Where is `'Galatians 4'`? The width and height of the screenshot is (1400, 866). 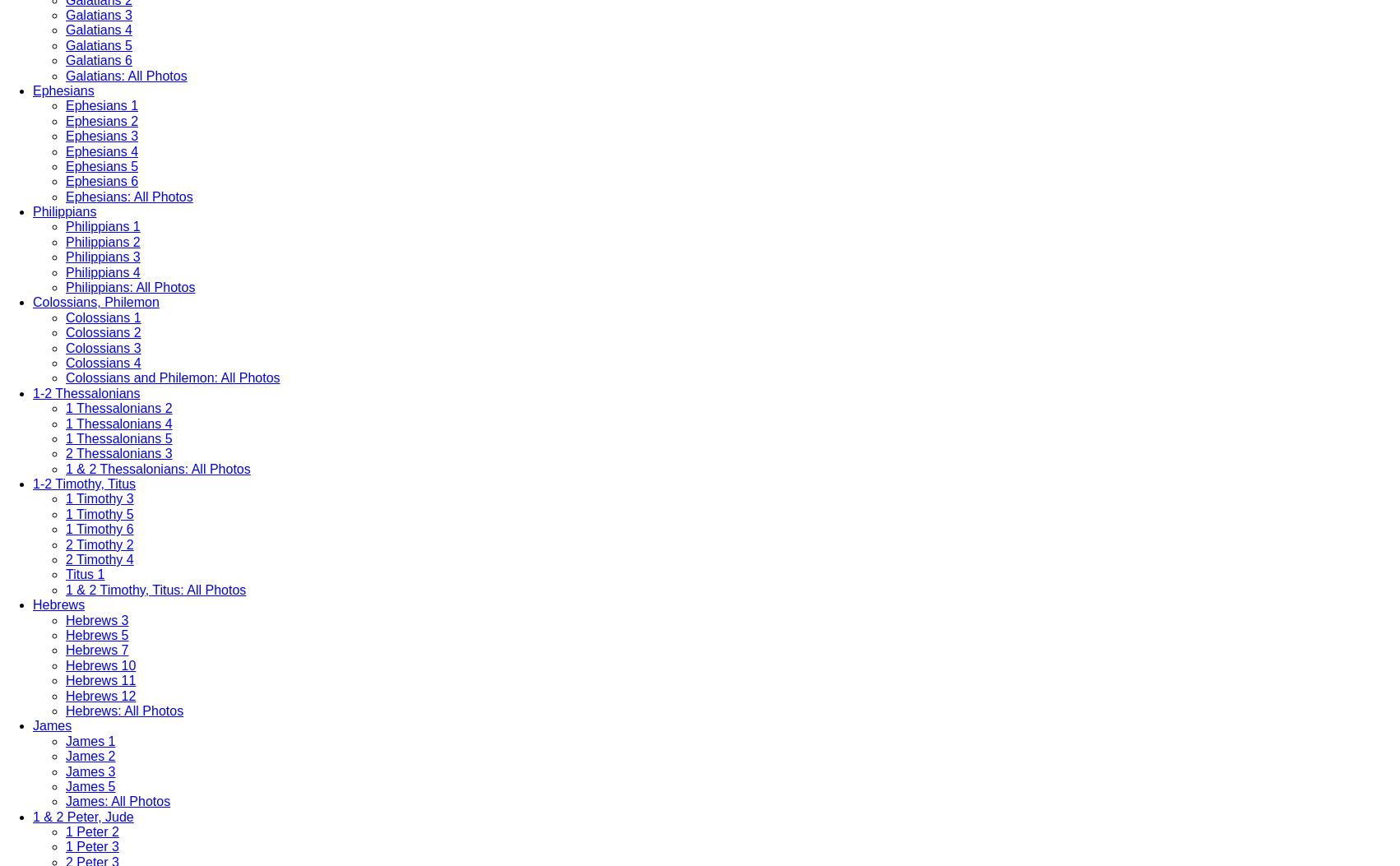 'Galatians 4' is located at coordinates (98, 30).